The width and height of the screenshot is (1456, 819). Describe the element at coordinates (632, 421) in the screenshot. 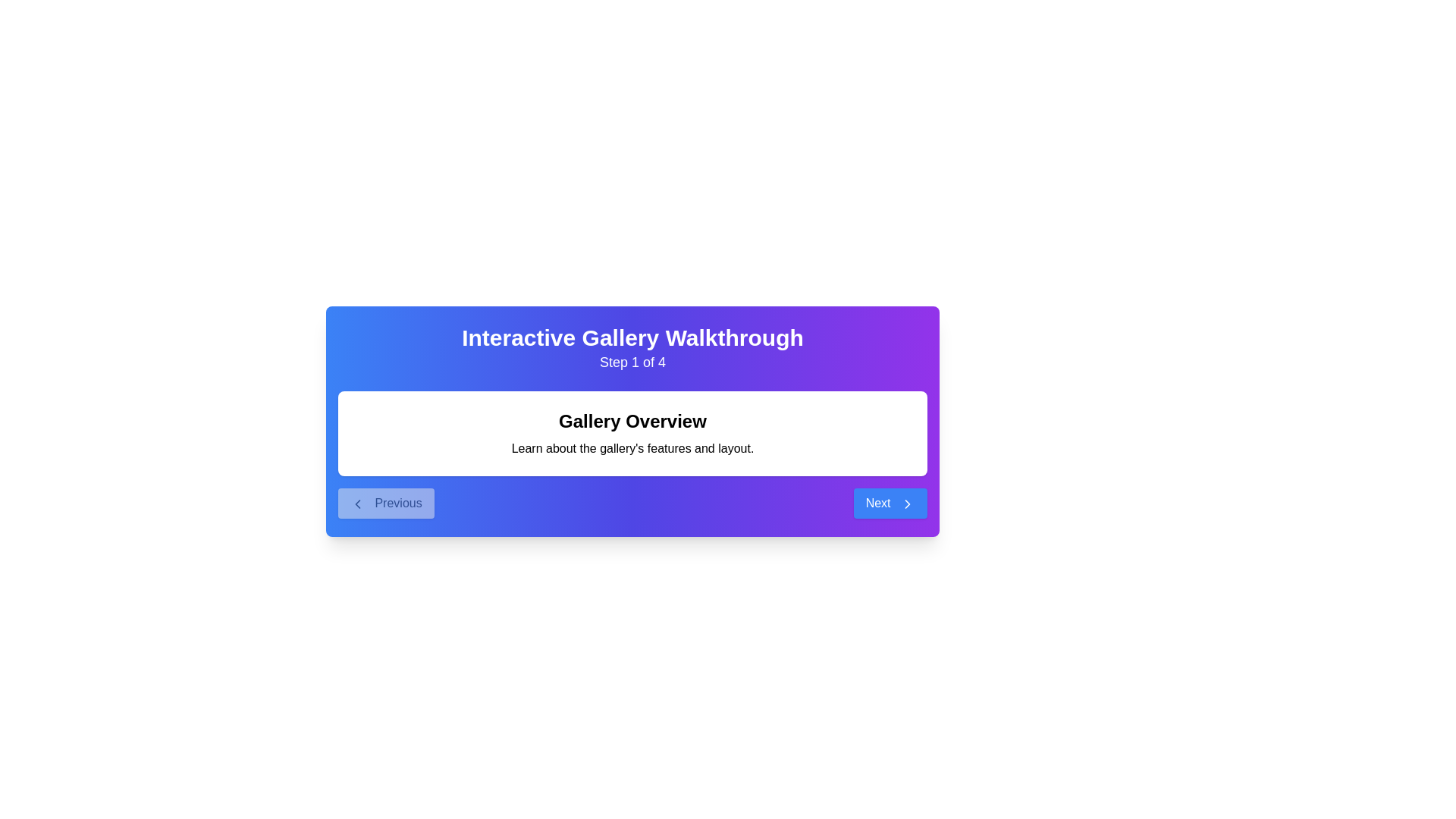

I see `the bold, large-sized heading text element displaying 'Gallery Overview', which is centered at the top of a white rectangular box` at that location.